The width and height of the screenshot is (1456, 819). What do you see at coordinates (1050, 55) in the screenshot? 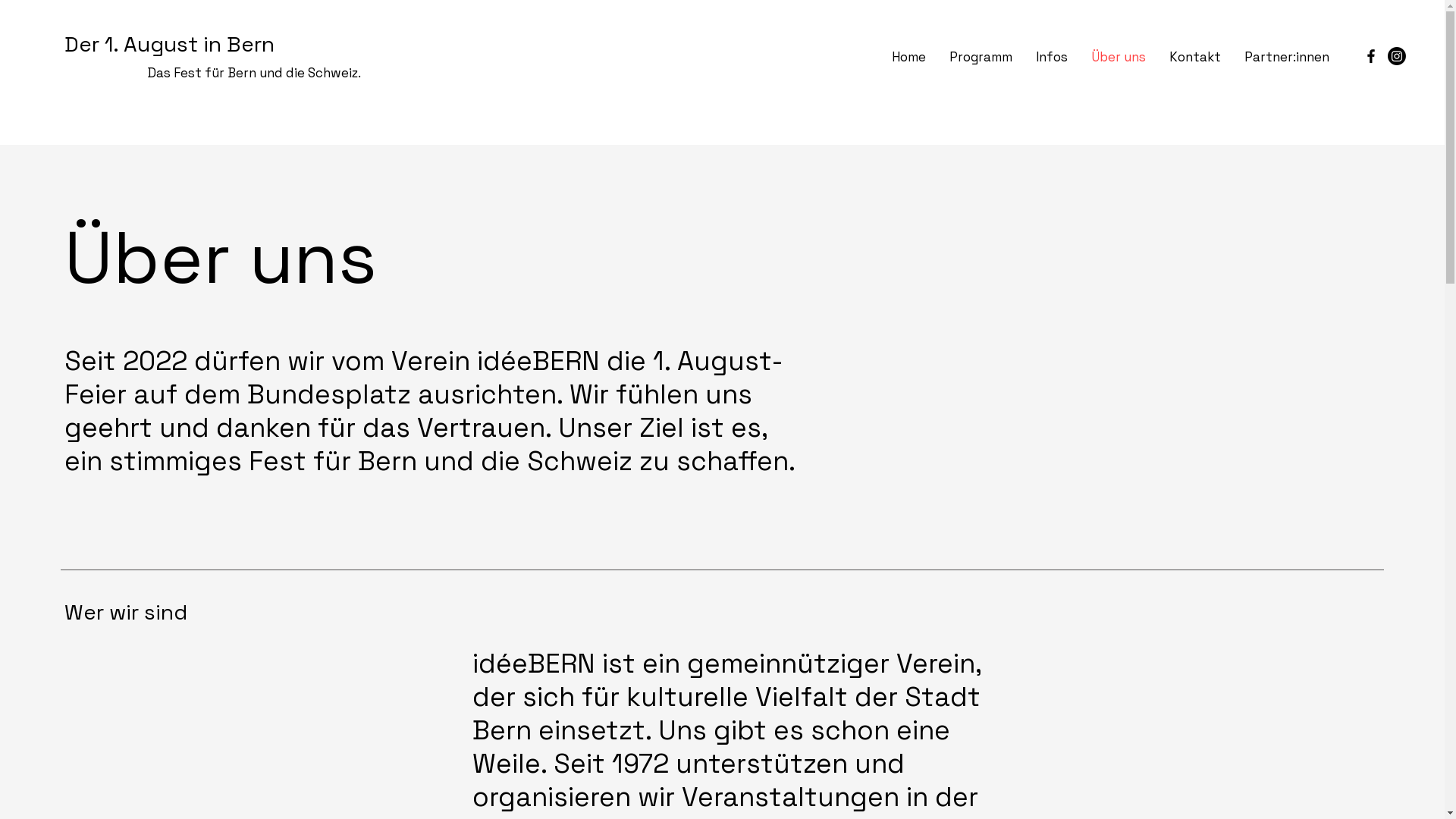
I see `'Infos'` at bounding box center [1050, 55].